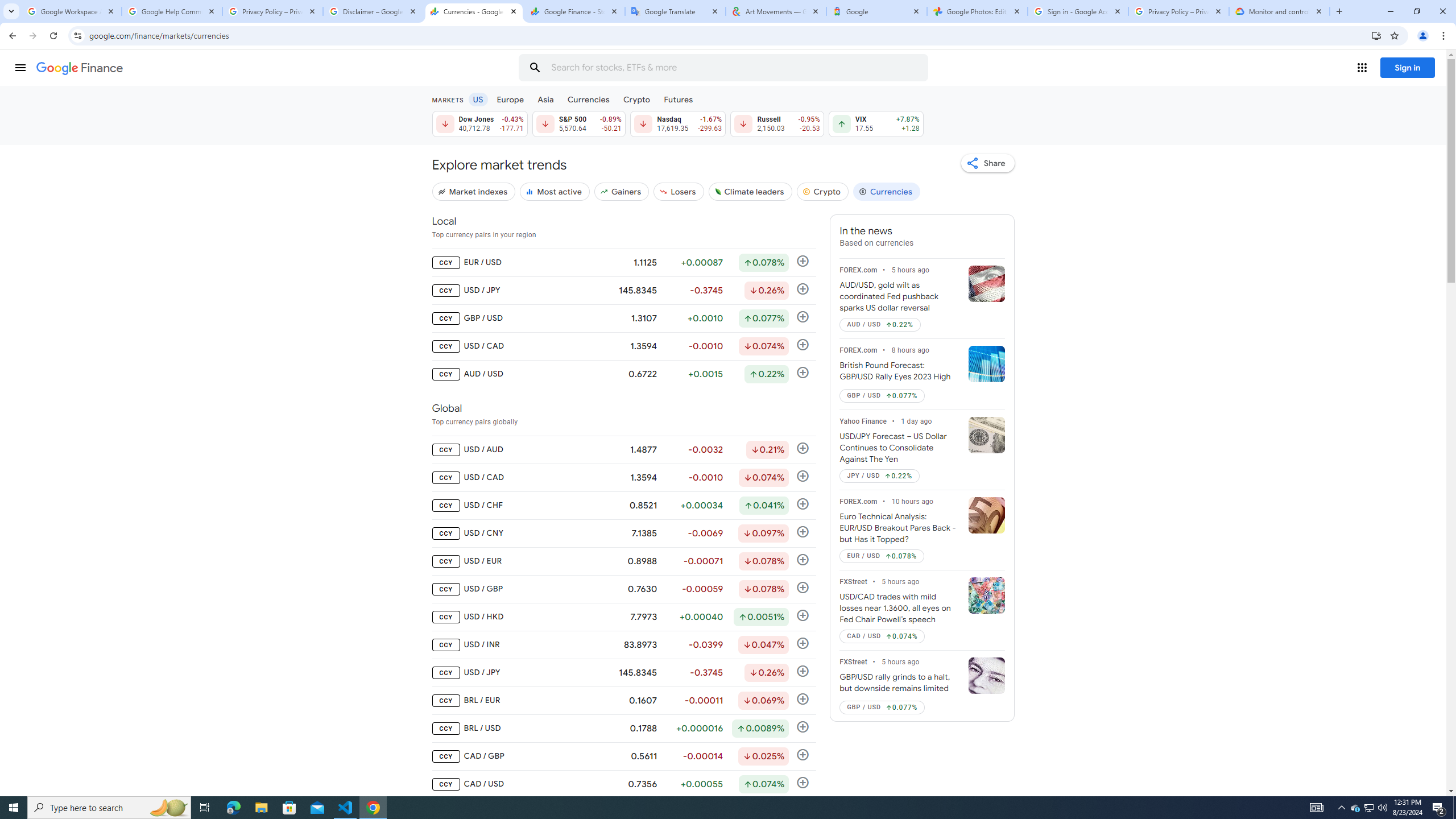 The height and width of the screenshot is (819, 1456). What do you see at coordinates (623, 784) in the screenshot?
I see `'CCY CAD / USD 0.7354 +0.00040 Up by 0.074% Follow'` at bounding box center [623, 784].